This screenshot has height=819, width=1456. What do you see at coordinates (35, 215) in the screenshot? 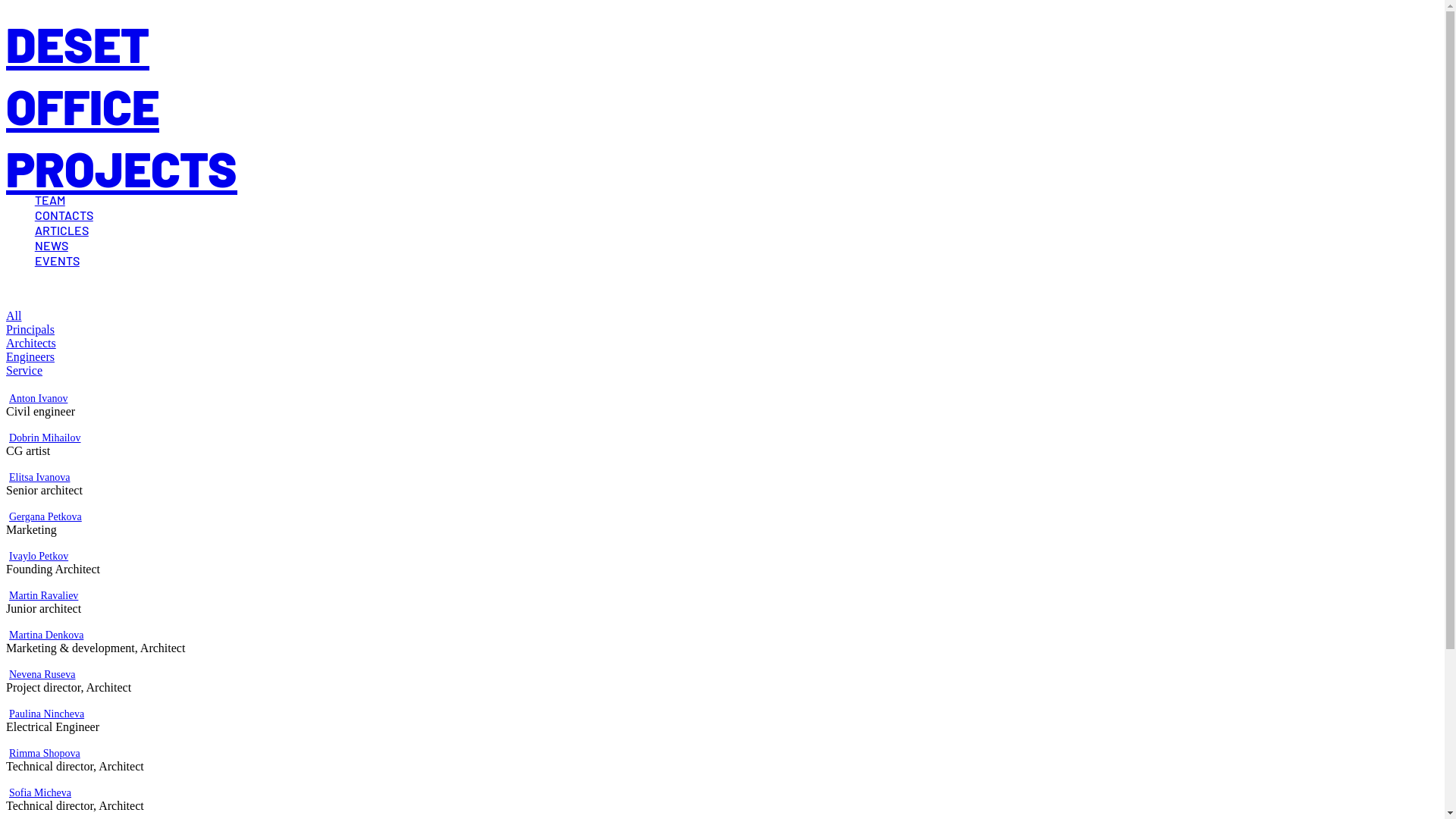
I see `'CONTACTS'` at bounding box center [35, 215].